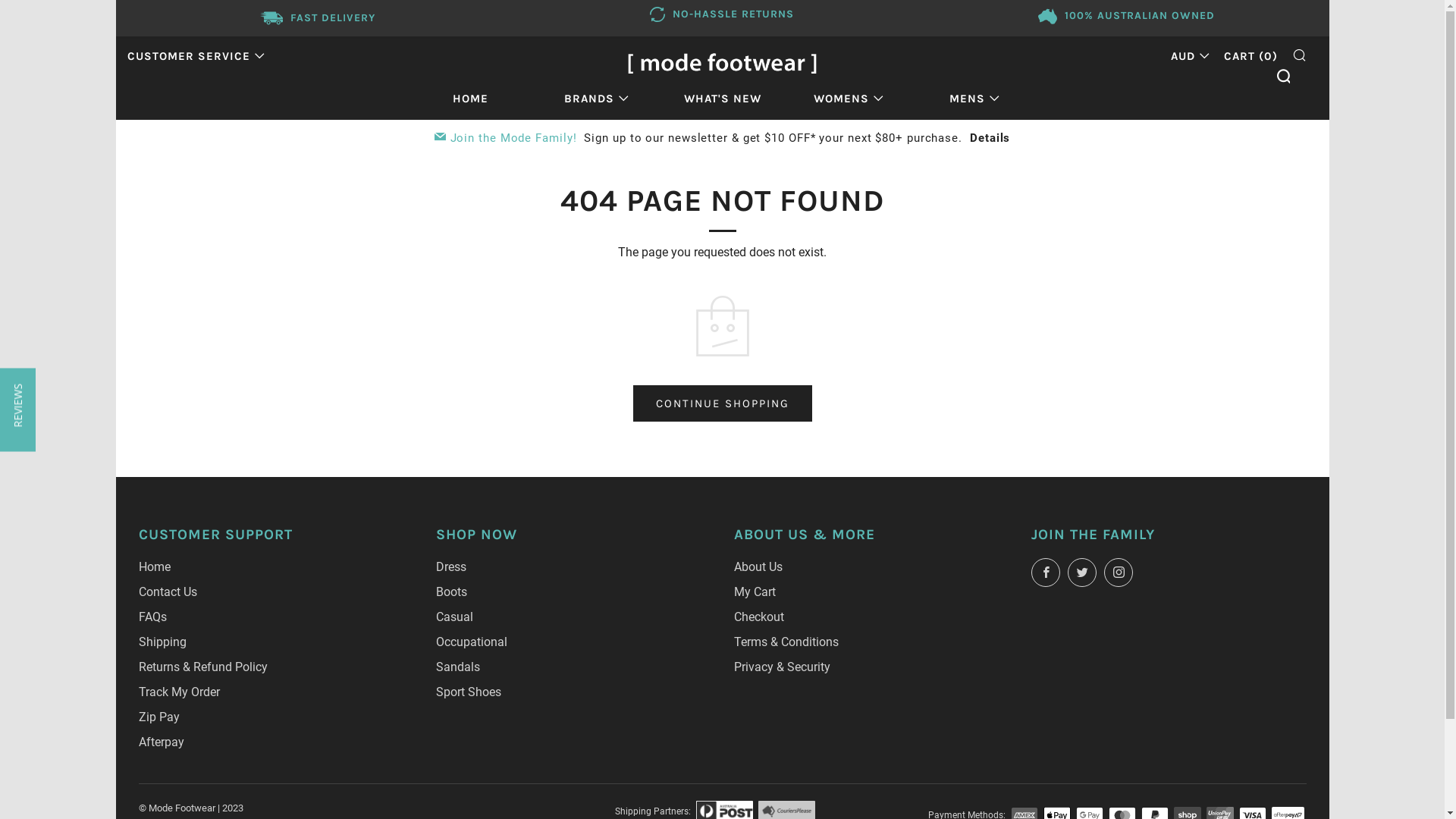 This screenshot has height=819, width=1456. I want to click on 'MENS', so click(974, 99).